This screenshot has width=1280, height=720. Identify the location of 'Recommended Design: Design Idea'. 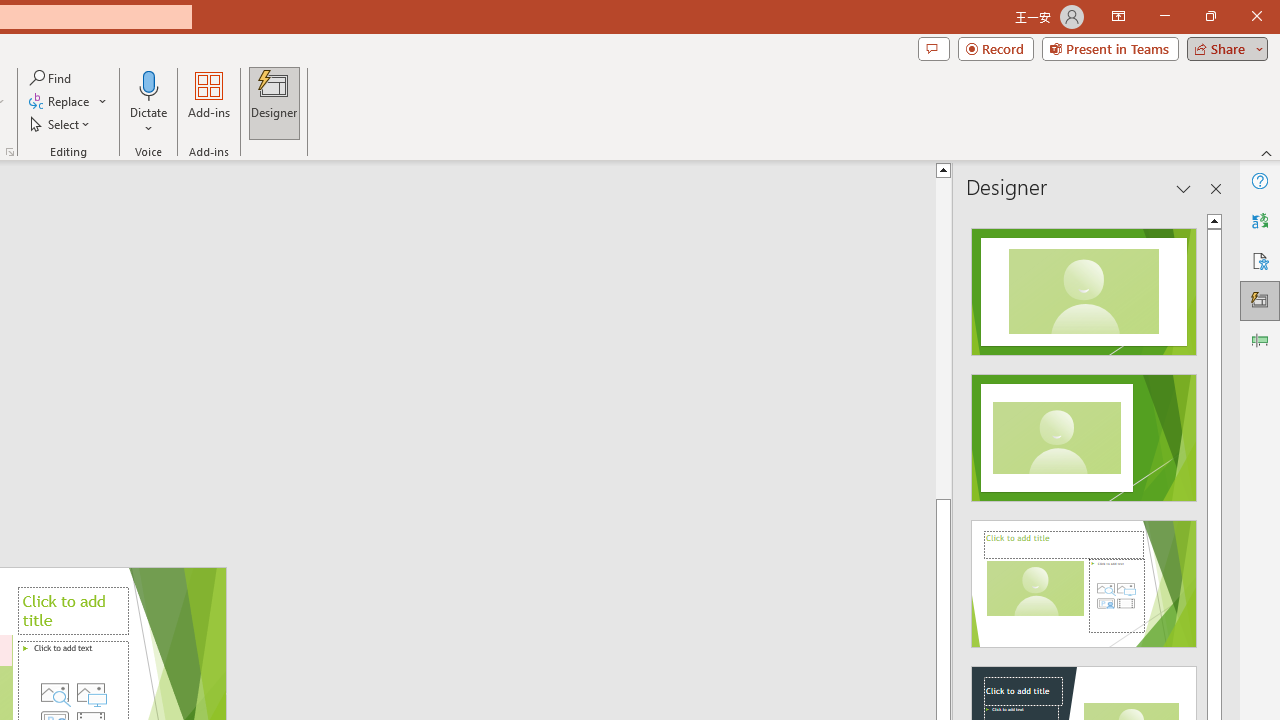
(1083, 286).